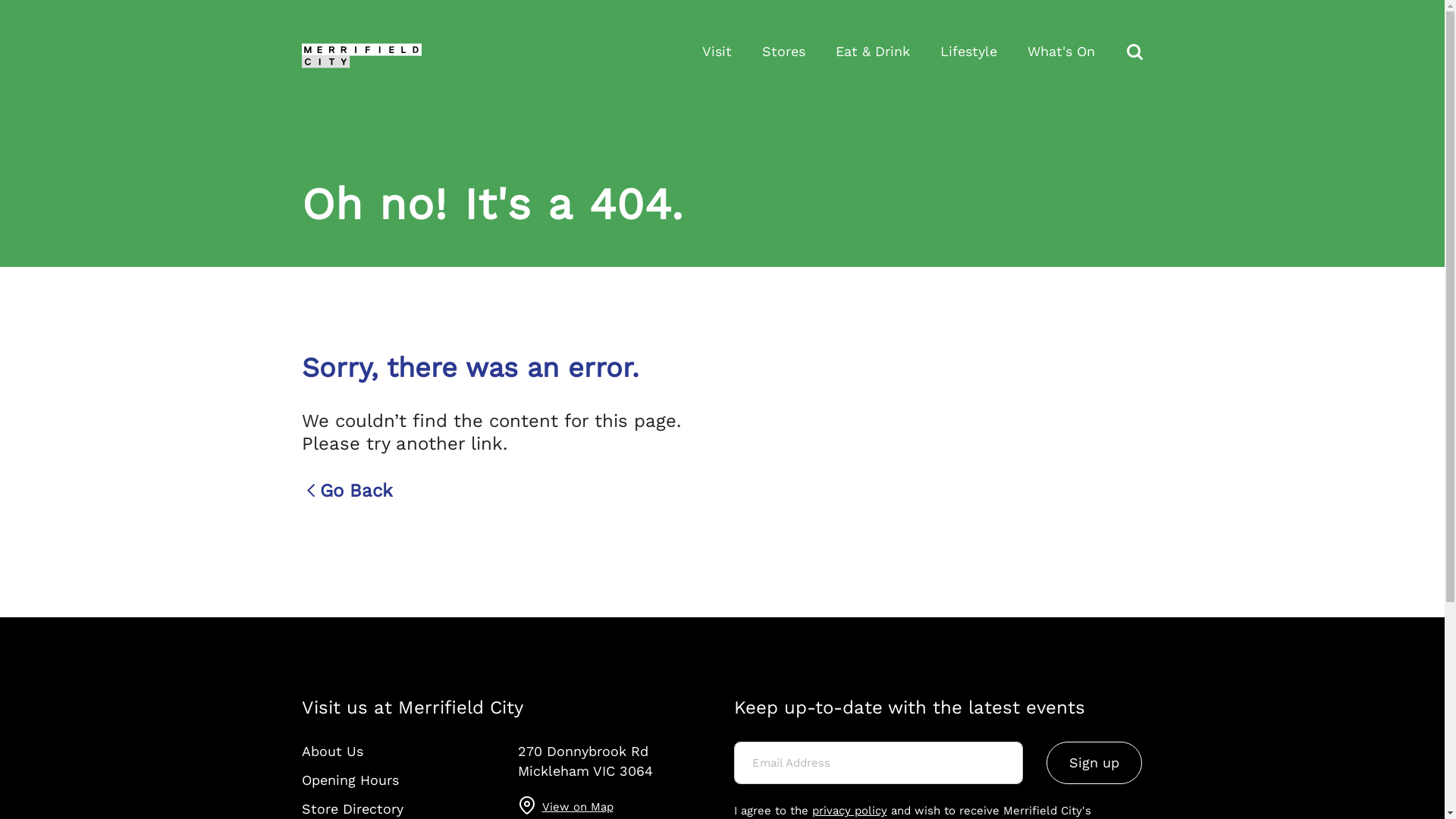 This screenshot has width=1456, height=819. What do you see at coordinates (873, 51) in the screenshot?
I see `'Eat & Drink'` at bounding box center [873, 51].